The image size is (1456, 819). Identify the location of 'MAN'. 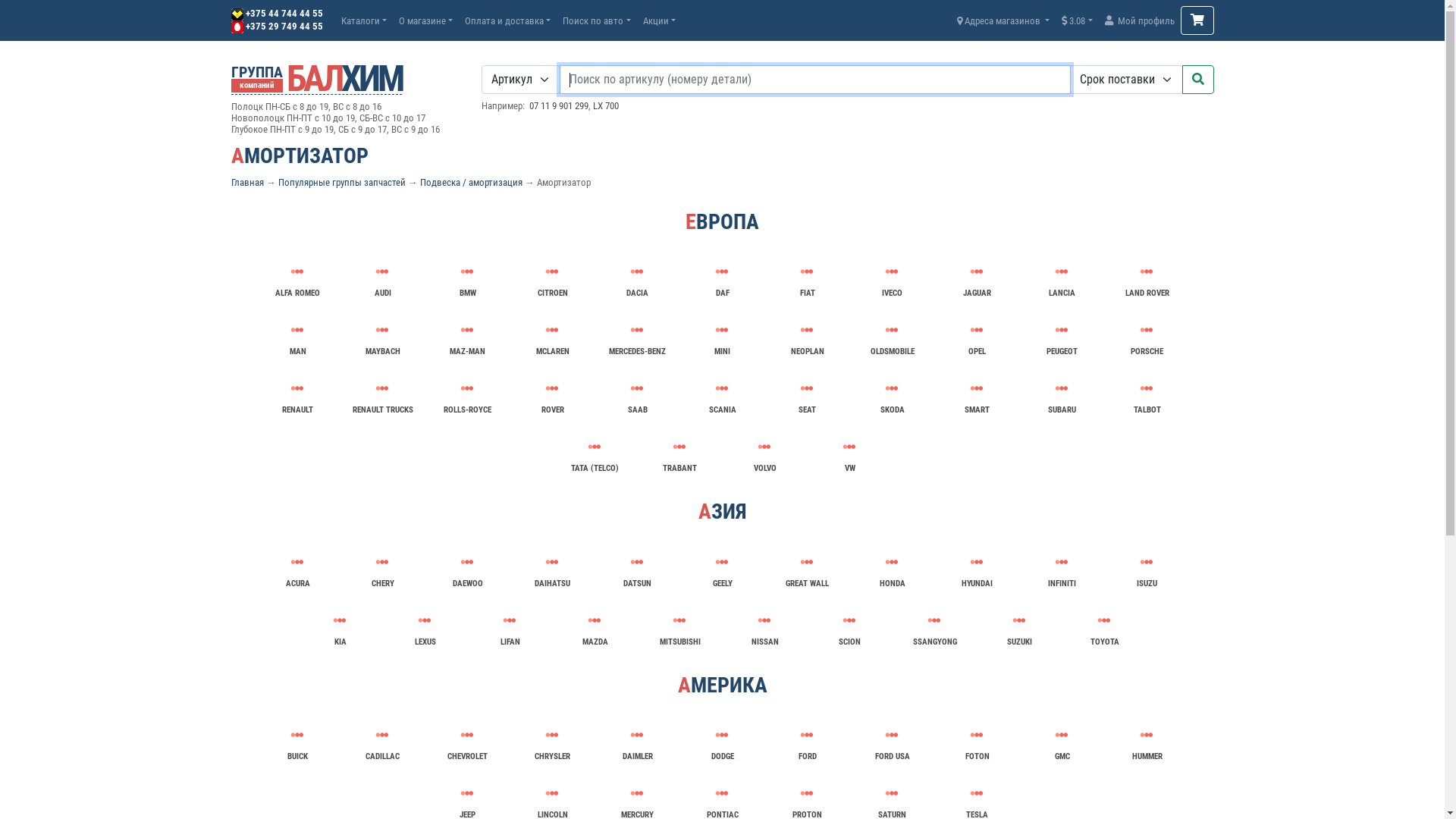
(297, 334).